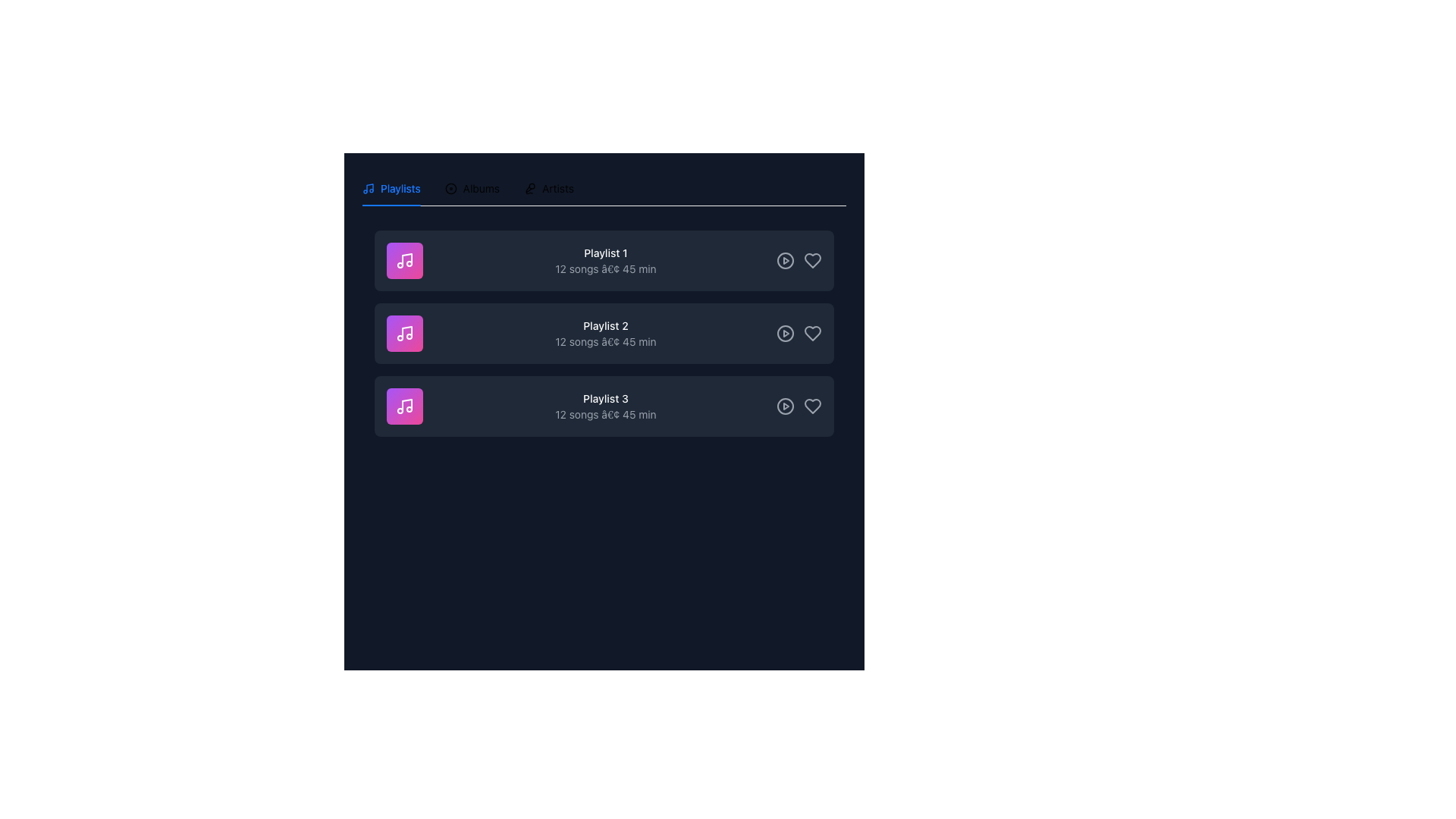 This screenshot has height=819, width=1456. Describe the element at coordinates (604, 253) in the screenshot. I see `the text component displaying the label 'Playlist 1' in a medium-weight white font against a dark background, located in the top section of the scrollable playlist menu` at that location.